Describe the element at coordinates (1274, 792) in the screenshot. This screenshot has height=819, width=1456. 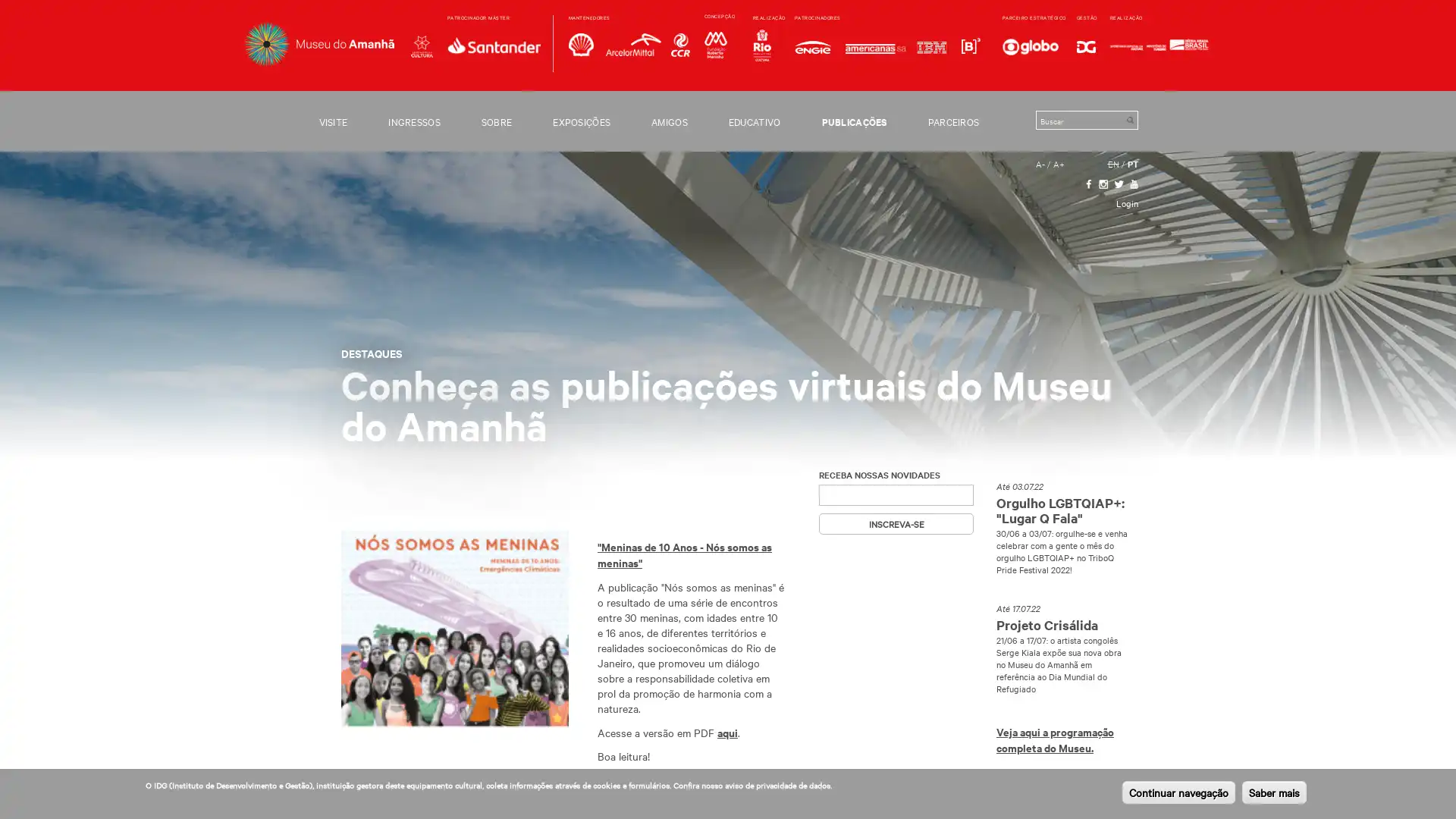
I see `Saber mais` at that location.